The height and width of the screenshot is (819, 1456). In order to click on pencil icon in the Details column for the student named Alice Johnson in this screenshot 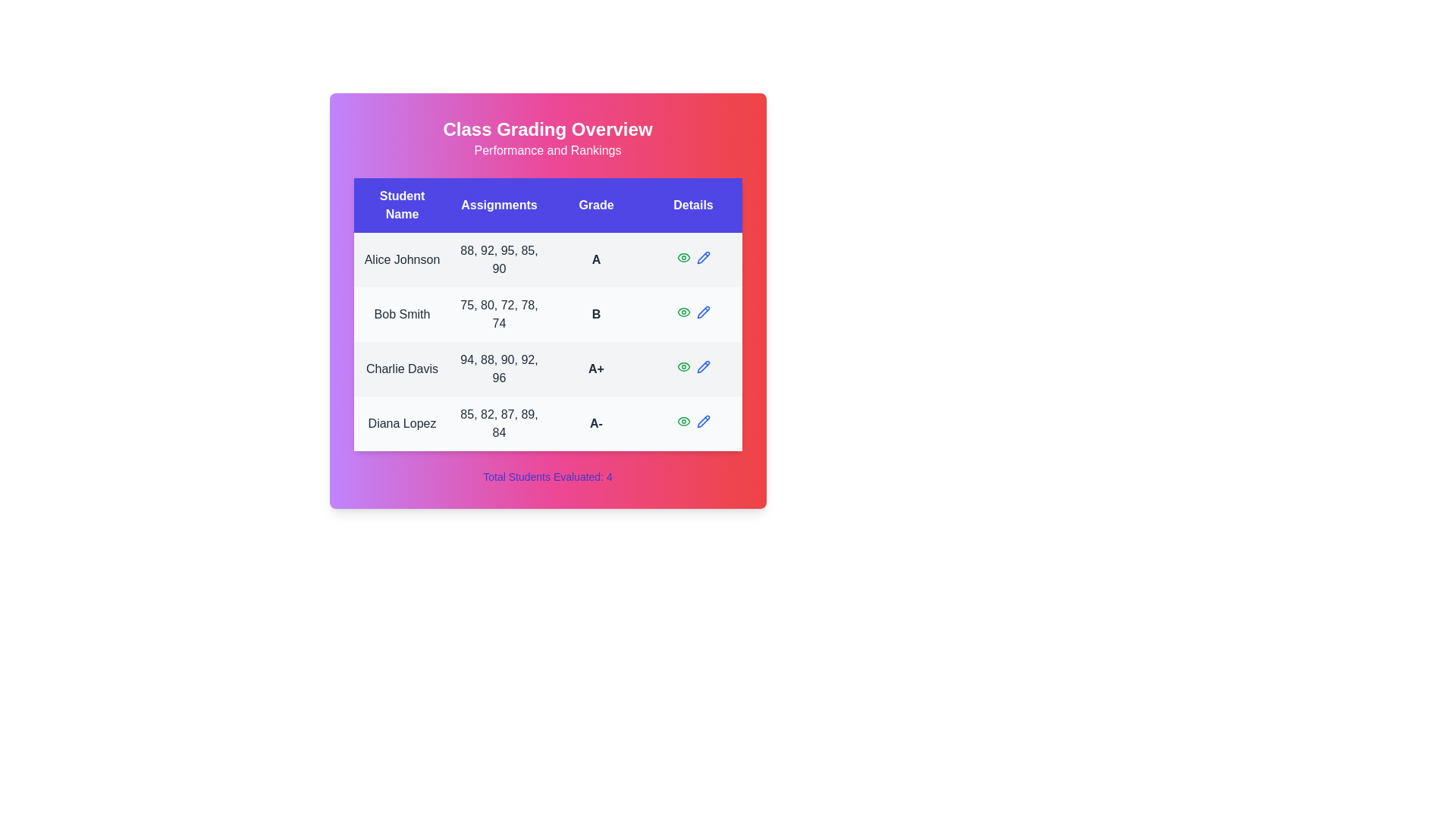, I will do `click(702, 256)`.